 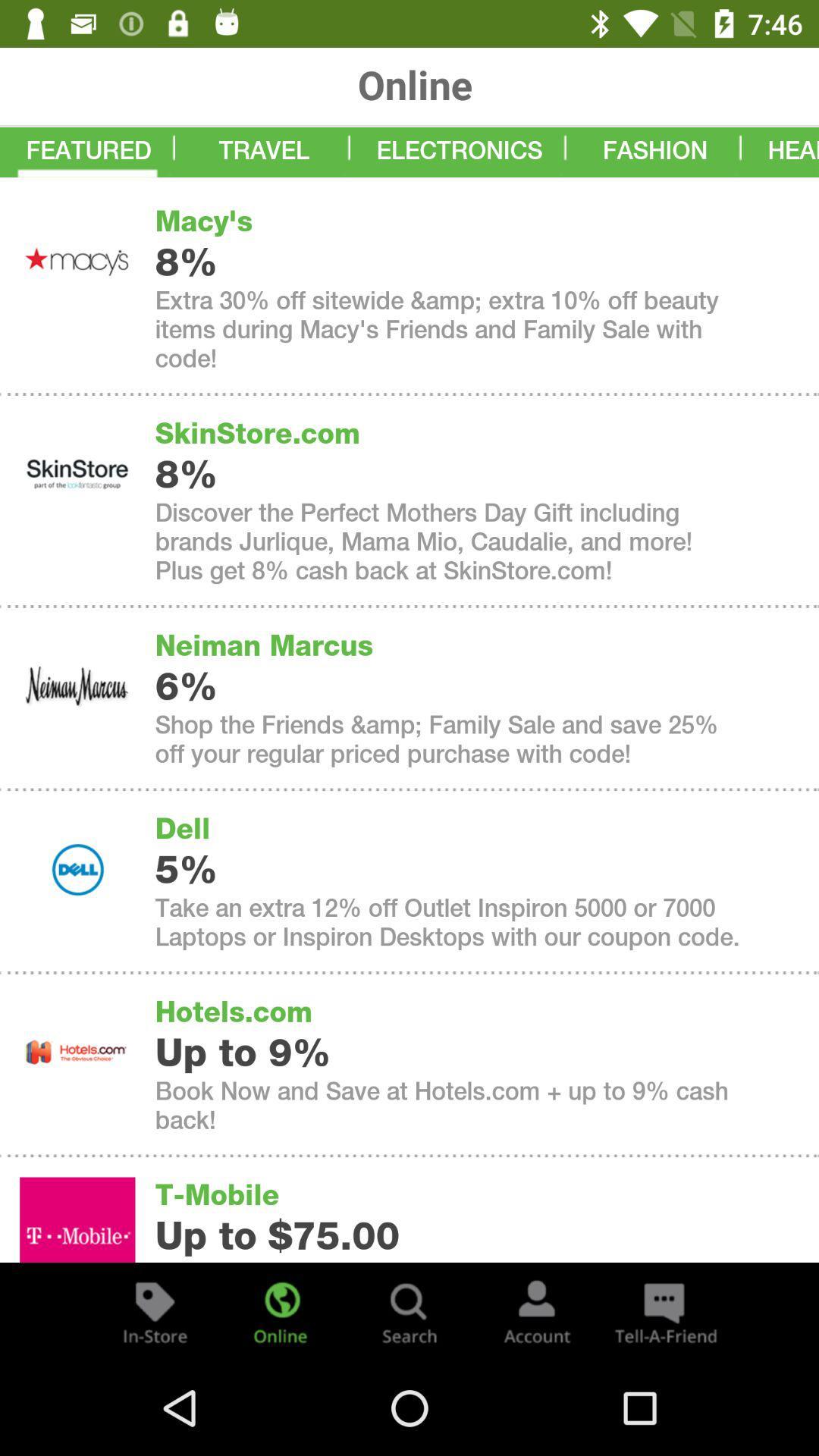 What do you see at coordinates (663, 1310) in the screenshot?
I see `the chat icon` at bounding box center [663, 1310].